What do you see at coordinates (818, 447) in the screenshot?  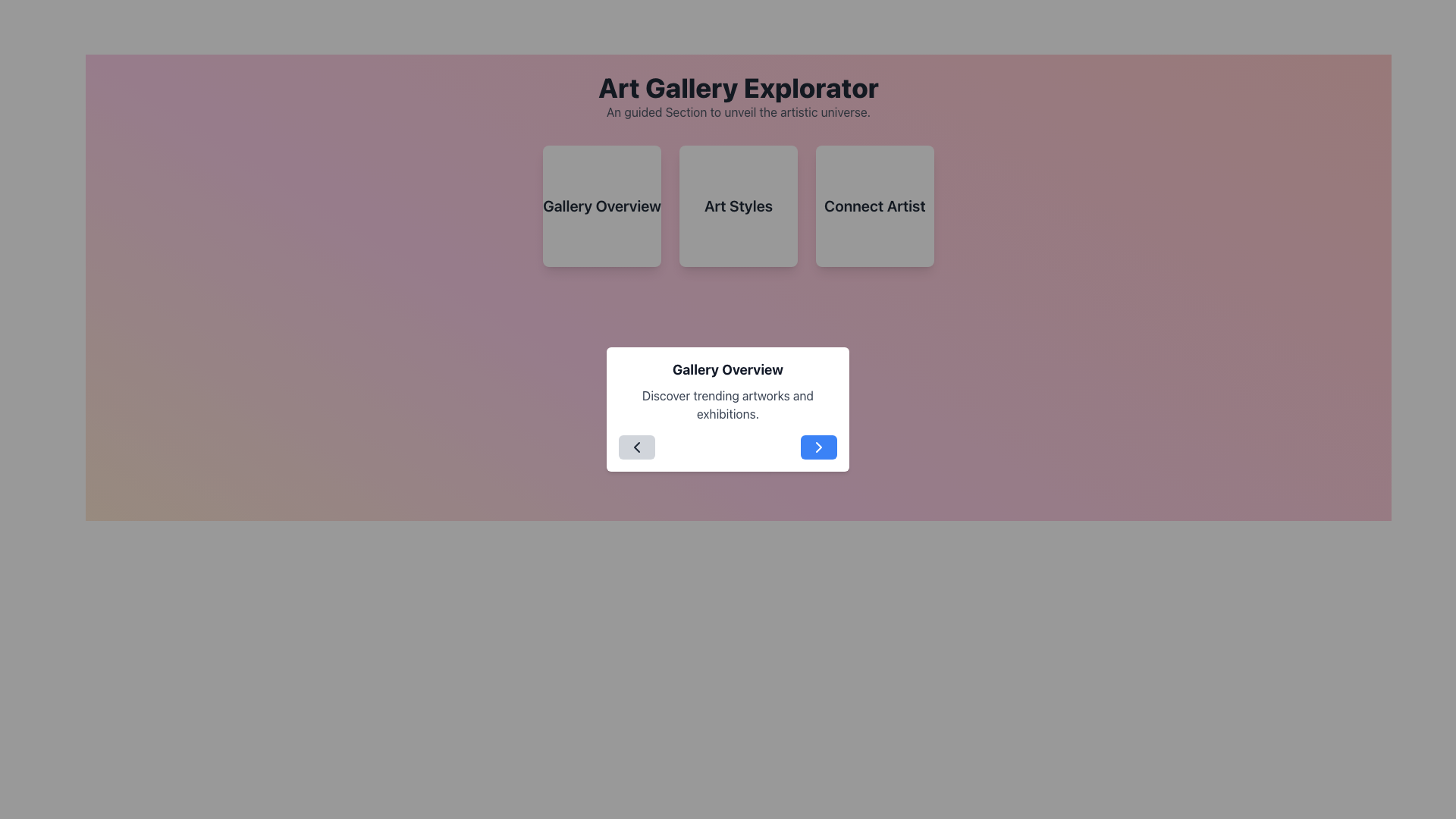 I see `the chevron-like icon within the button located at the bottom right of the overlay card` at bounding box center [818, 447].